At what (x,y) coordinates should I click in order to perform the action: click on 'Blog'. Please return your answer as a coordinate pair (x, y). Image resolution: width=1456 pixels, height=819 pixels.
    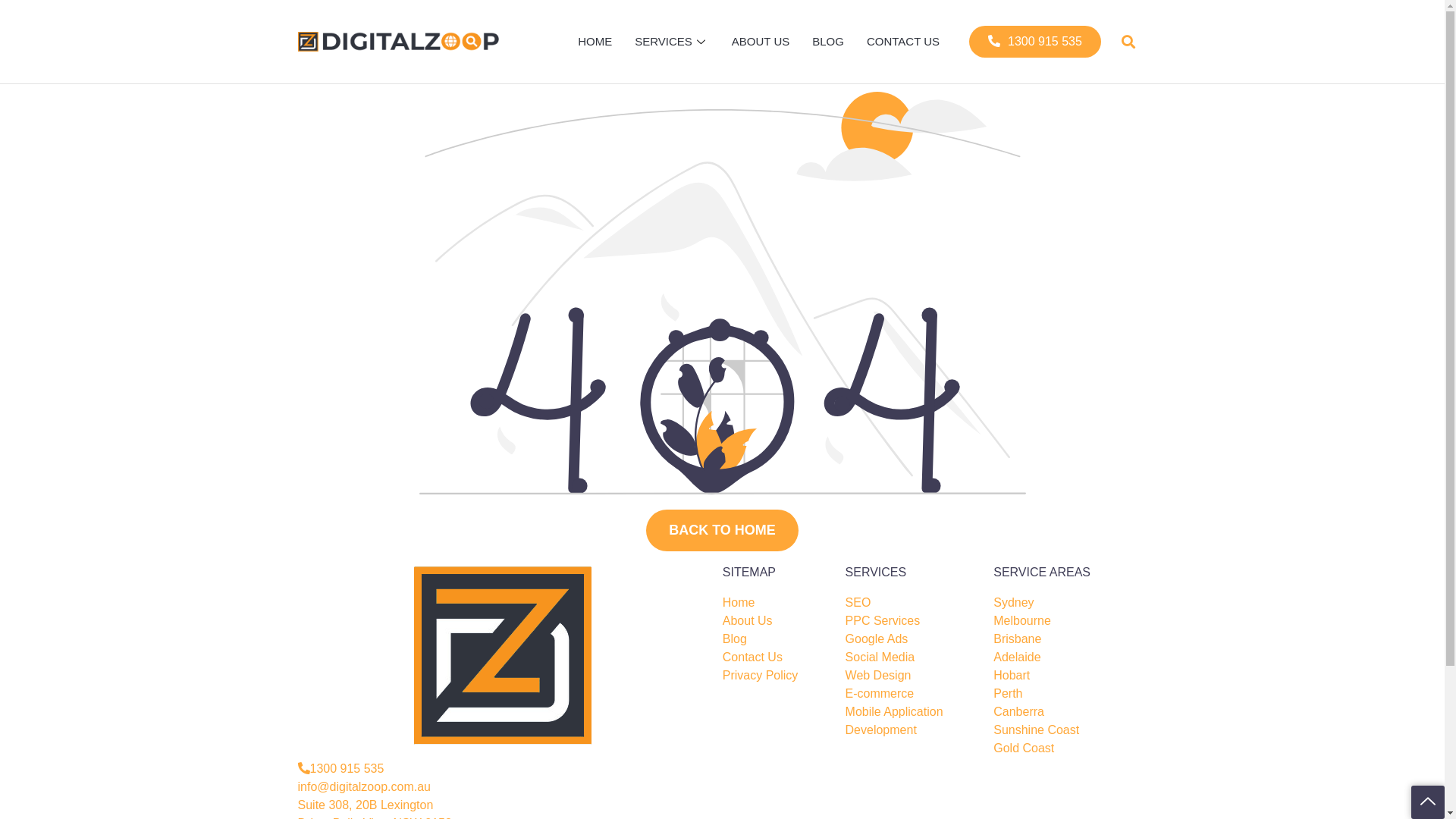
    Looking at the image, I should click on (735, 639).